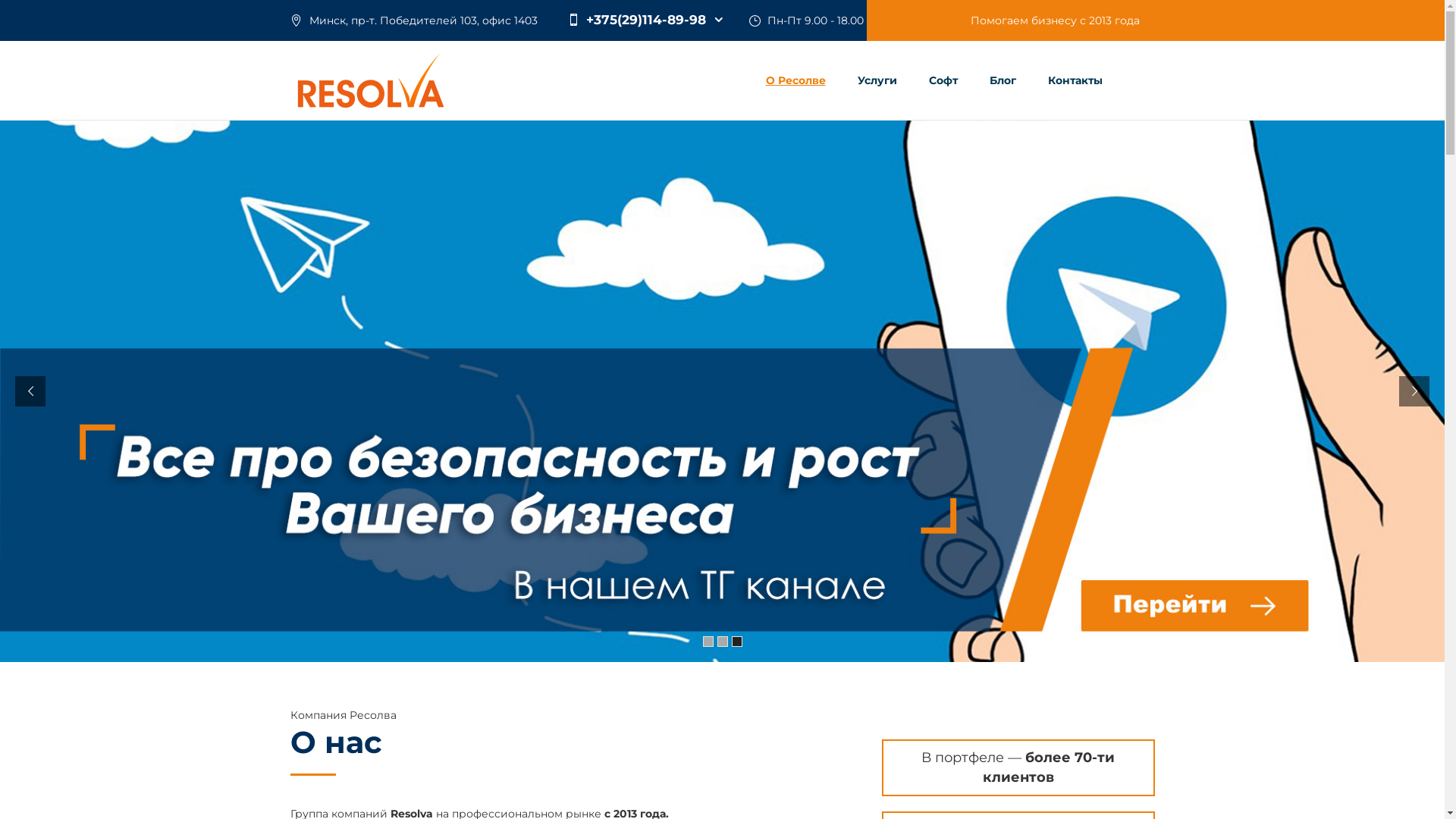 Image resolution: width=1456 pixels, height=819 pixels. Describe the element at coordinates (644, 20) in the screenshot. I see `'+375(29)114-89-98'` at that location.